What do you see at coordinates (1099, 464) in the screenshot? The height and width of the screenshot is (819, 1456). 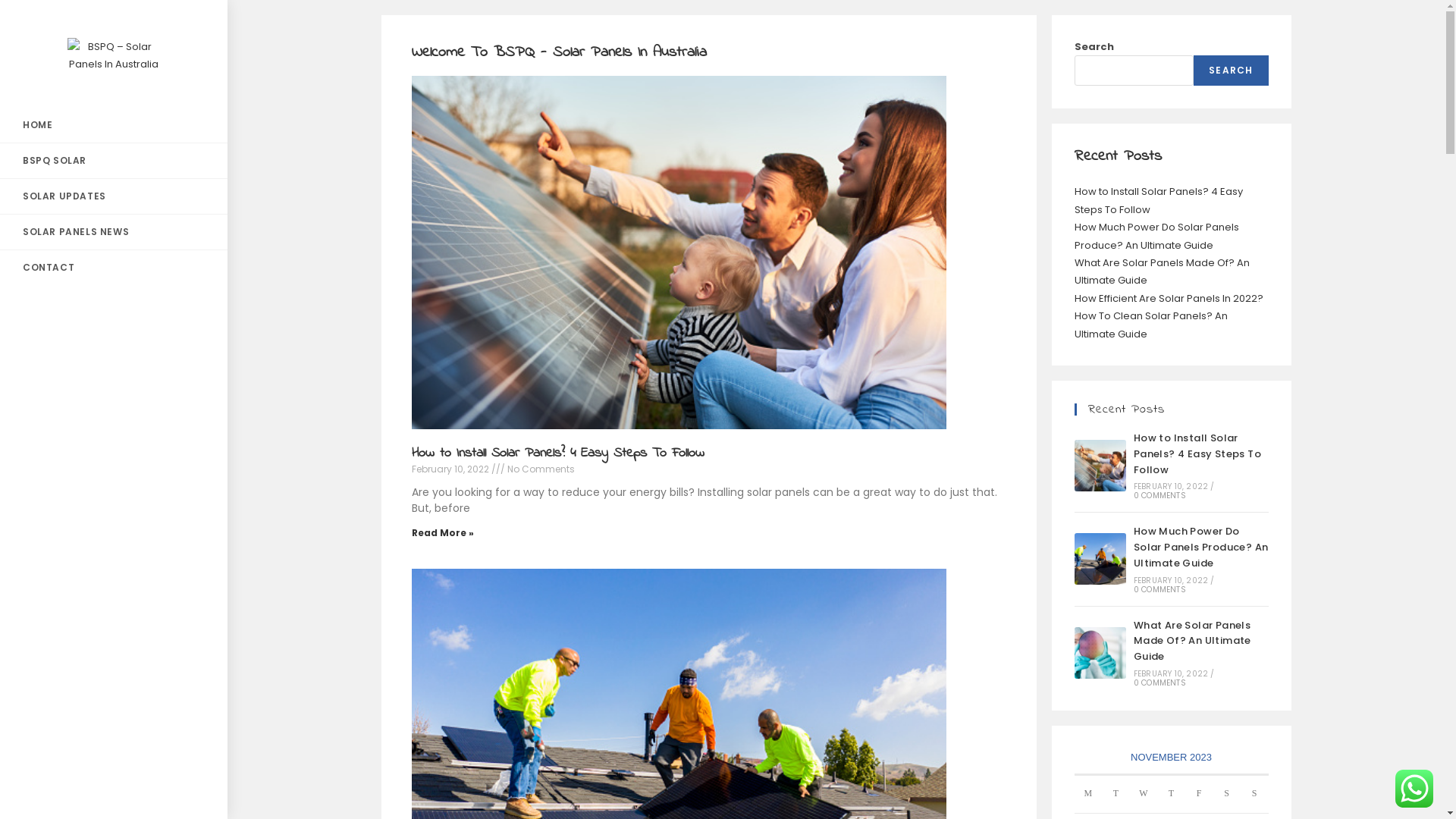 I see `'How to Install Solar Panels? 4 Easy Steps To Follow'` at bounding box center [1099, 464].